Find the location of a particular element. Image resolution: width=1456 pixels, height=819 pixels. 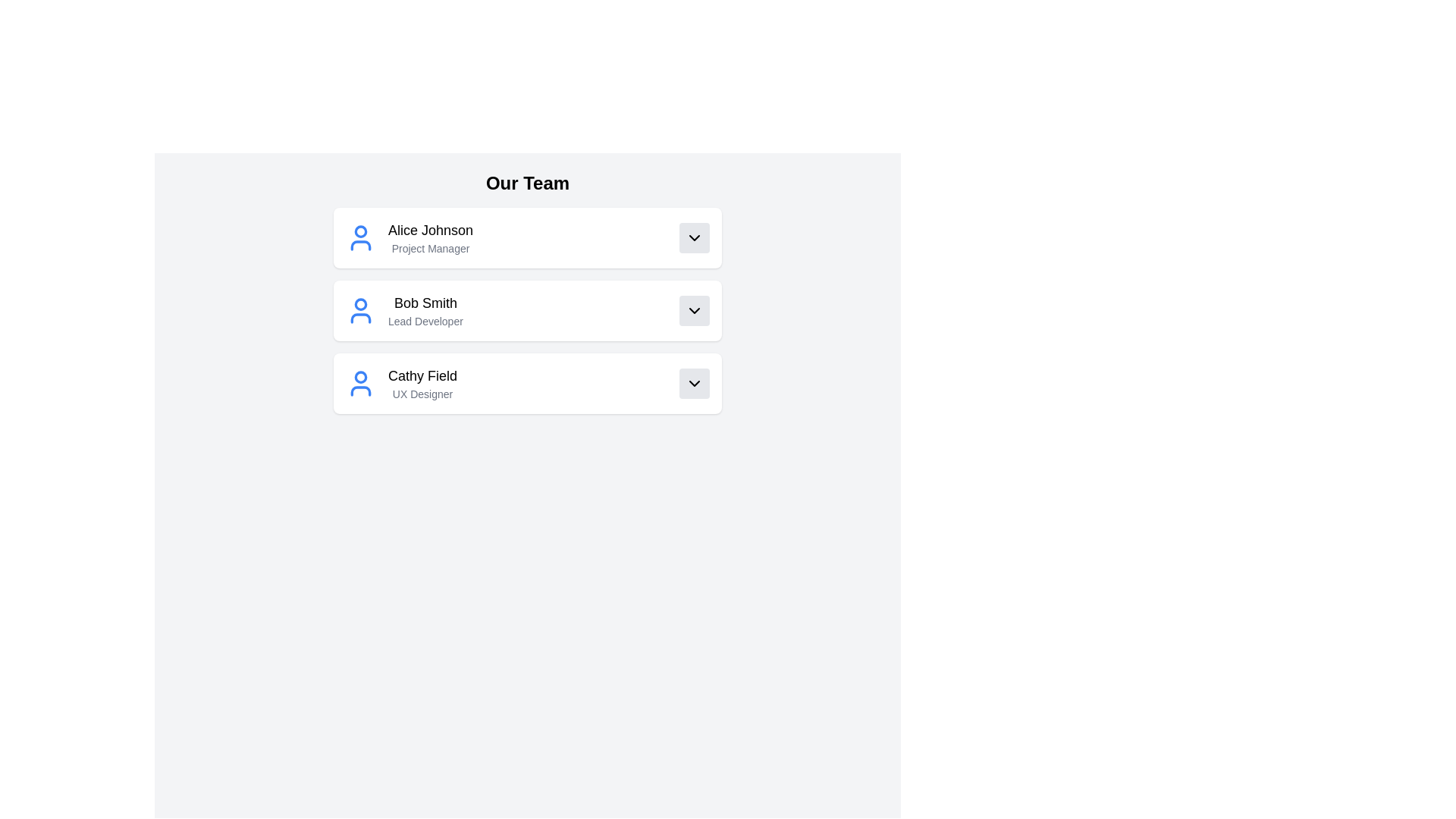

the blue user icon located to the left of the text 'Bob Smith' and 'Lead Developer' in the second row under the 'Our Team' heading is located at coordinates (359, 309).